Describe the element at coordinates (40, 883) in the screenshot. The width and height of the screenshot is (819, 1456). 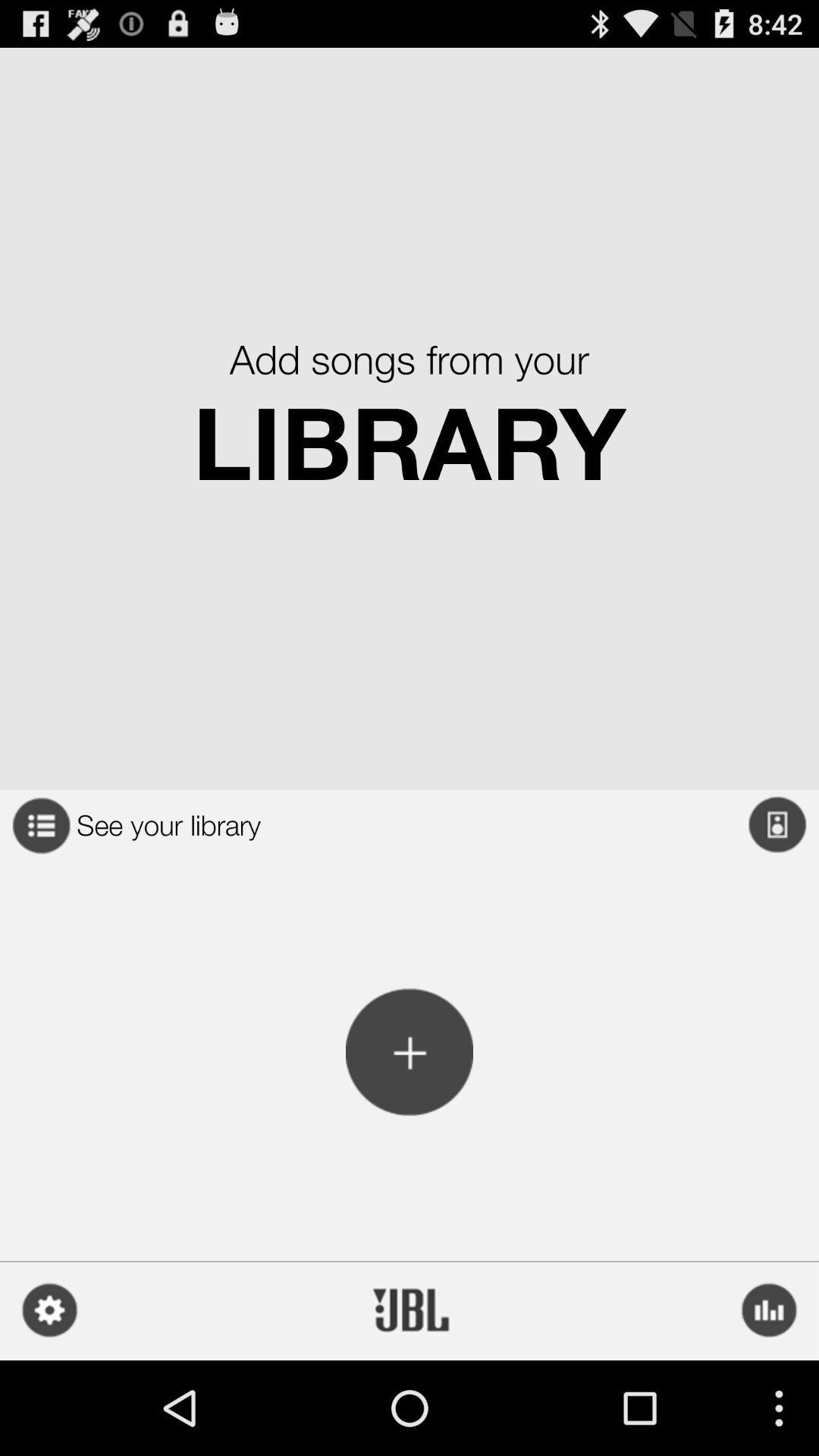
I see `the list icon` at that location.